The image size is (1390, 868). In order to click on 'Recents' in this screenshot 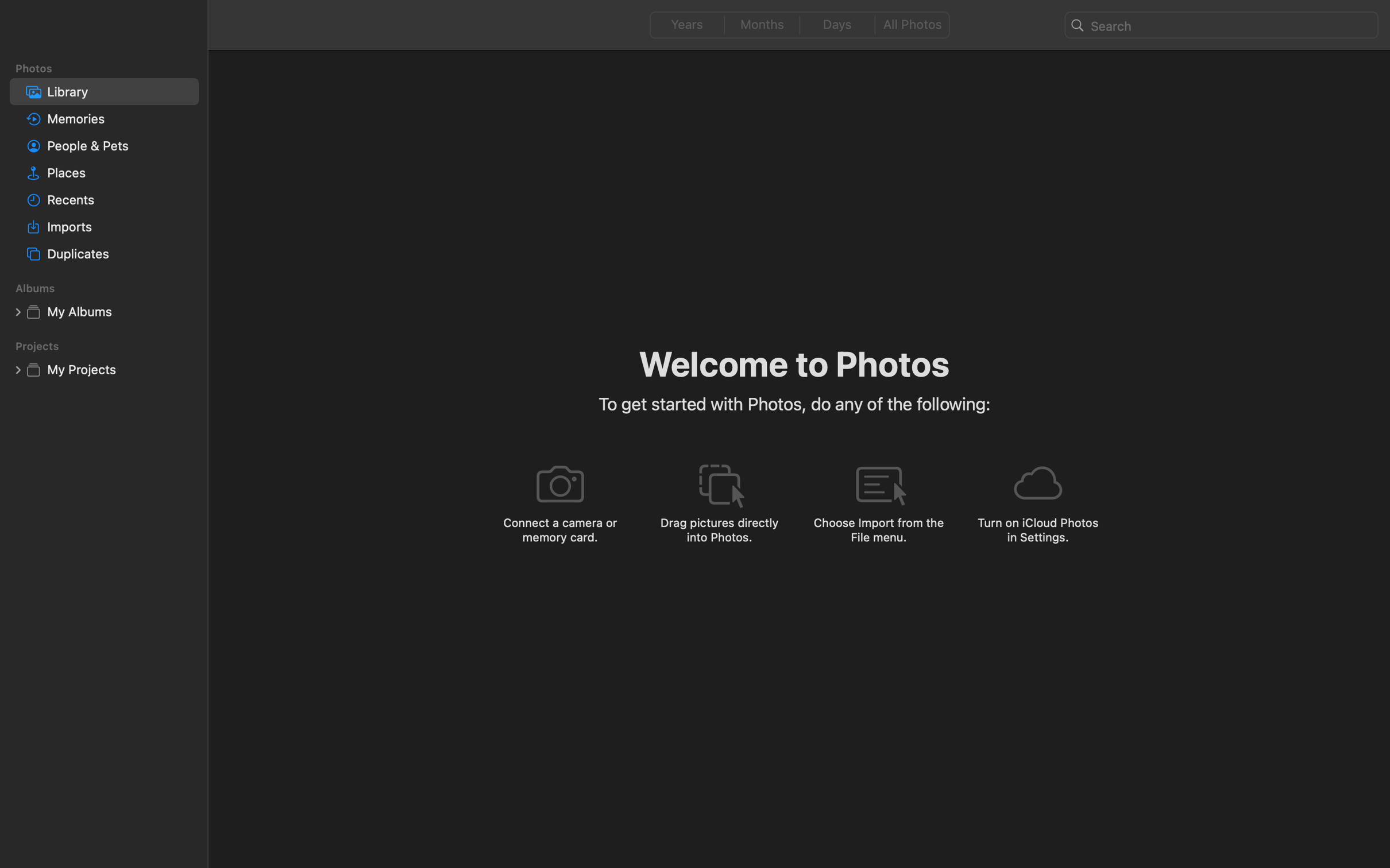, I will do `click(119, 200)`.